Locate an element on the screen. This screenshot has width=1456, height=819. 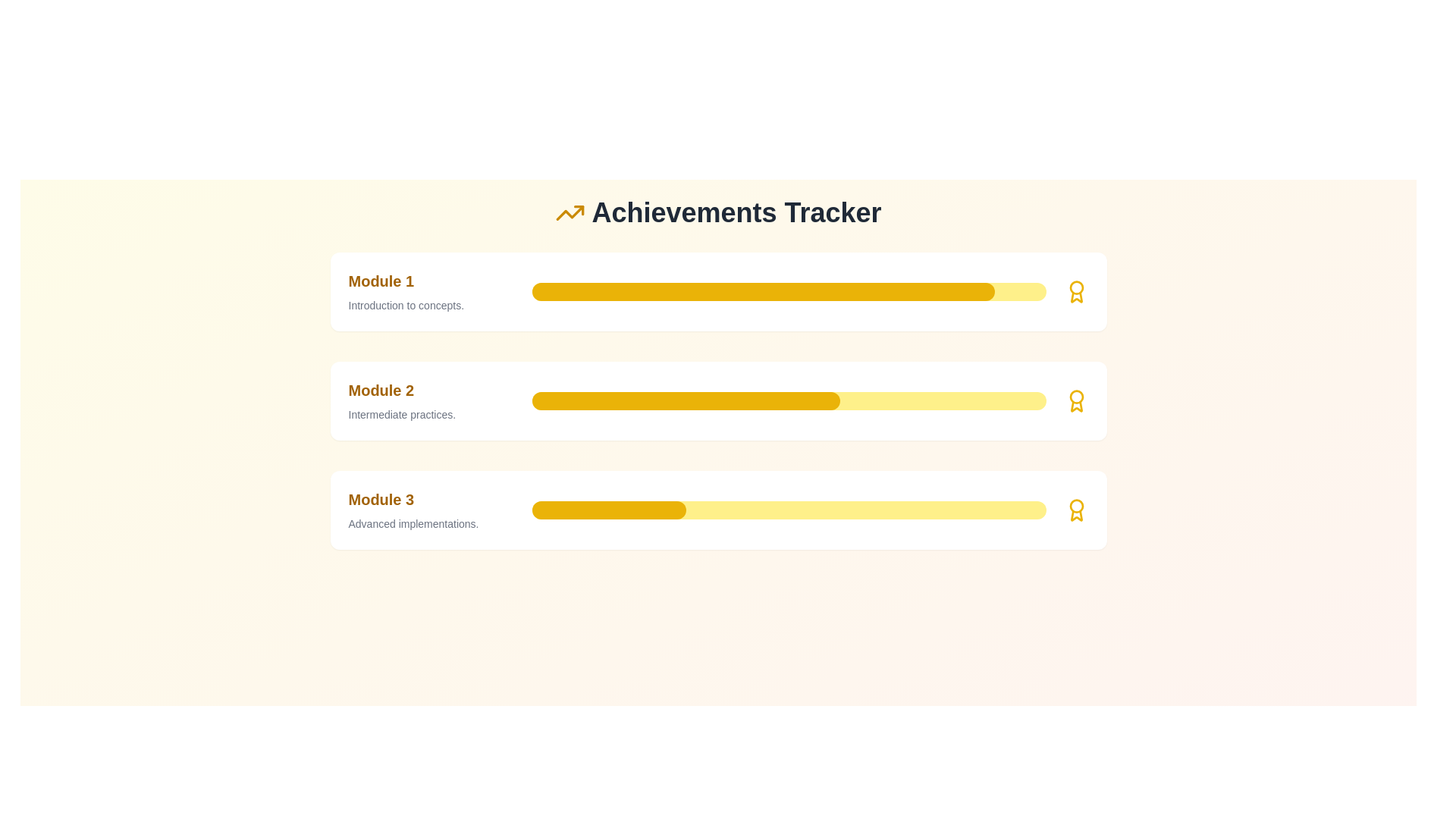
the vibrant yellow award medal icon within the progress tracker for 'Module 2', which is positioned at the rightmost edge of the card and aligned with the progress bar is located at coordinates (1075, 400).